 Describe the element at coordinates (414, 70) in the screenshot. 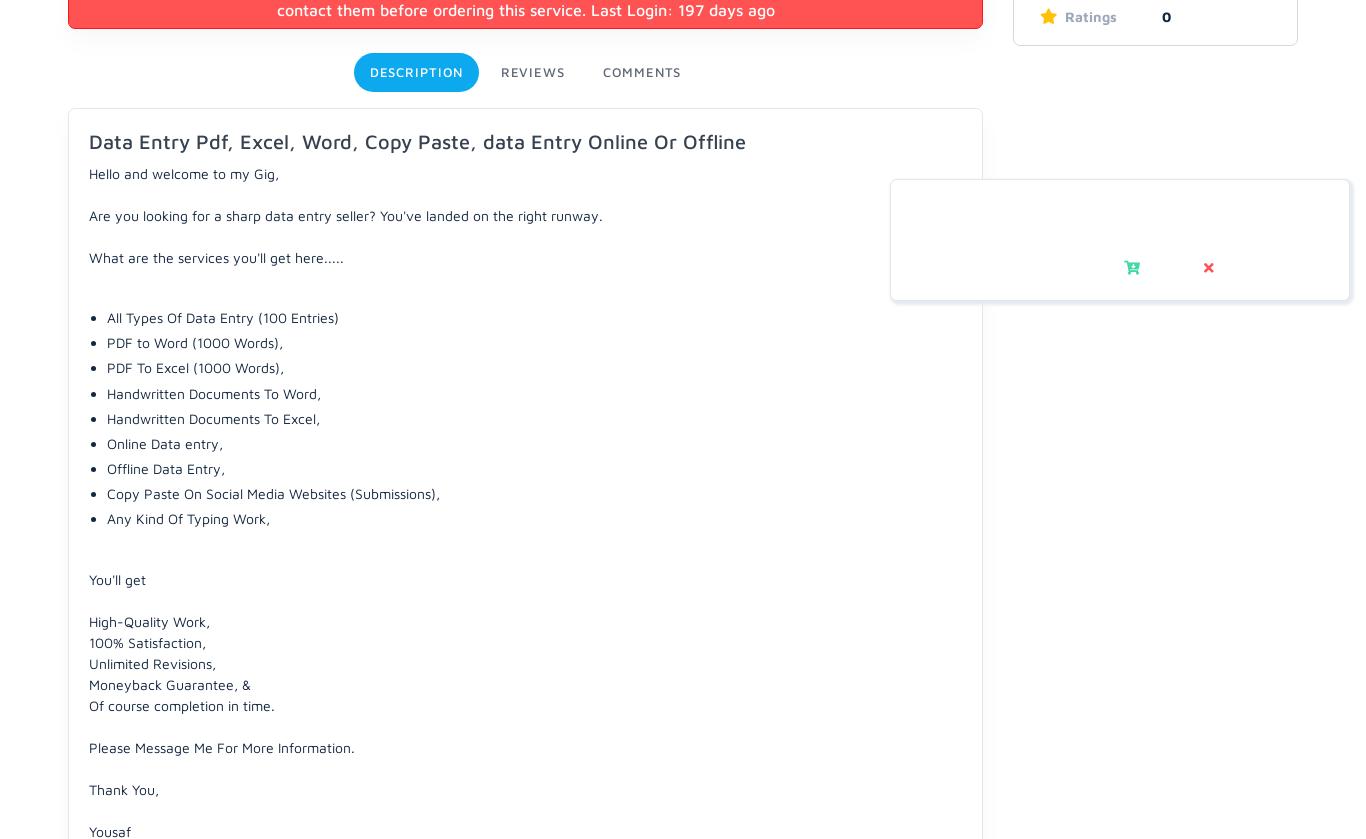

I see `'Description'` at that location.